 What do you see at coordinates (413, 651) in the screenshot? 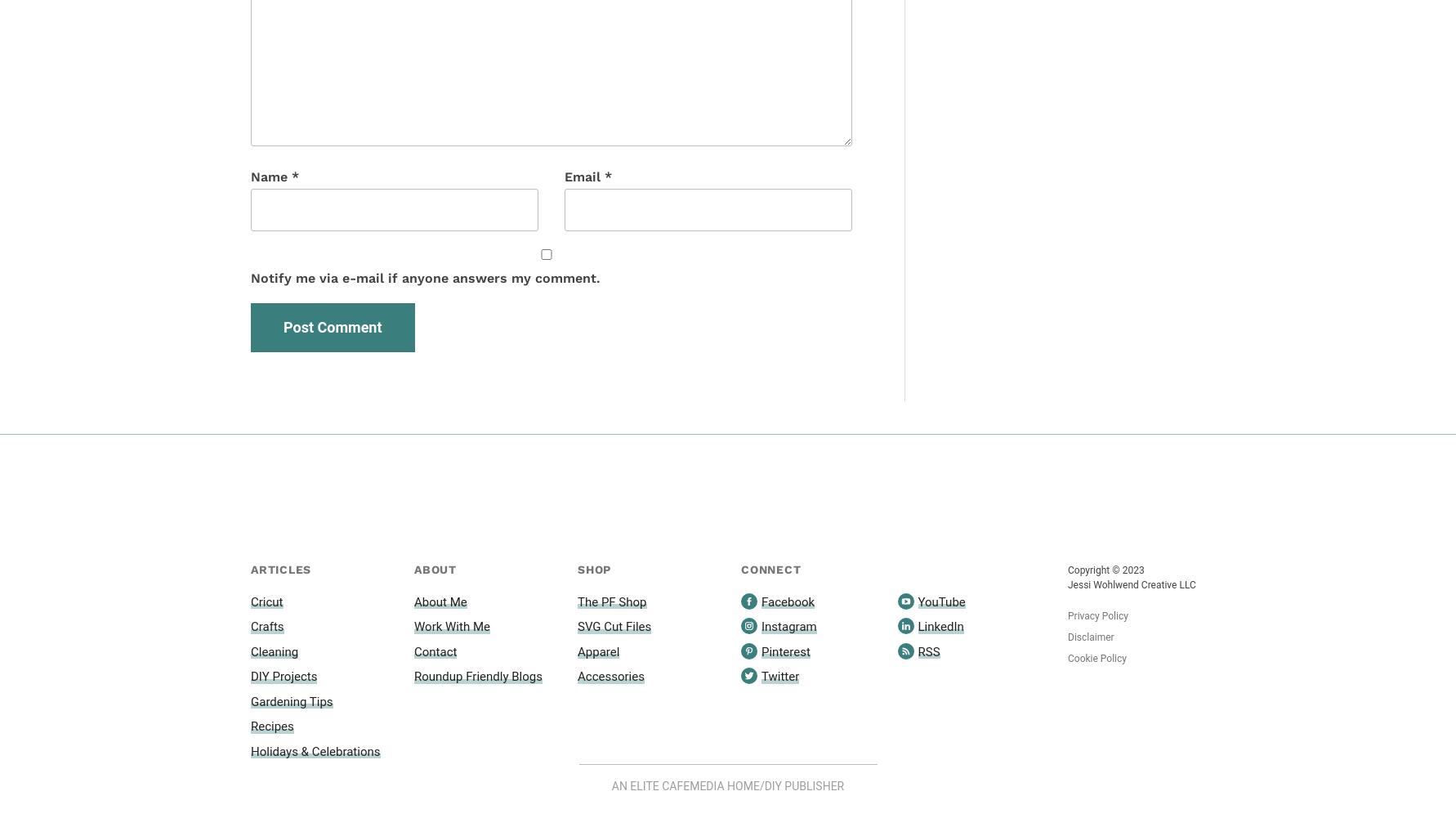
I see `'Contact'` at bounding box center [413, 651].